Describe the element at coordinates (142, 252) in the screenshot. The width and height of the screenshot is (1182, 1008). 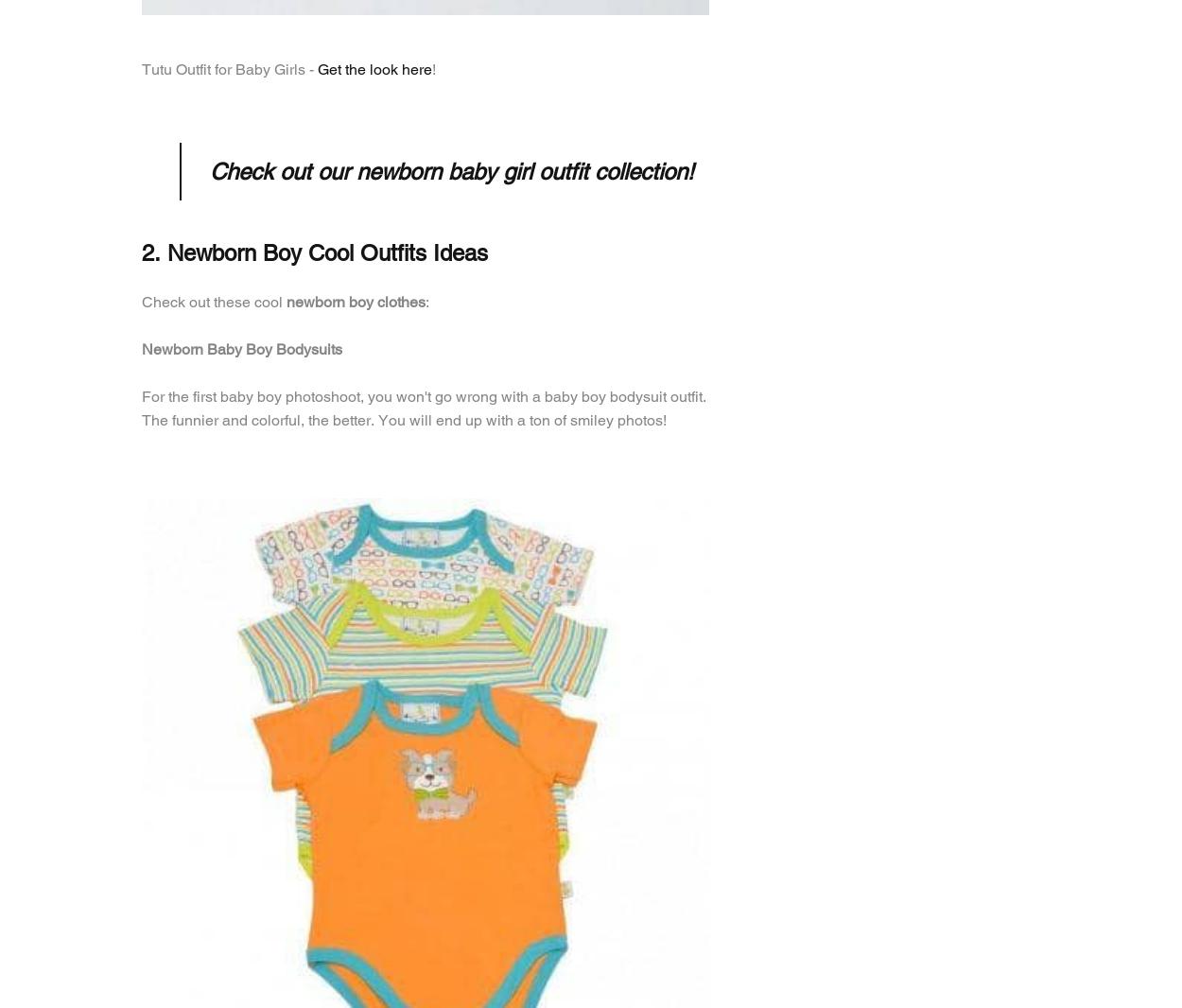
I see `'2. Newborn Boy Cool Outfits Ideas'` at that location.